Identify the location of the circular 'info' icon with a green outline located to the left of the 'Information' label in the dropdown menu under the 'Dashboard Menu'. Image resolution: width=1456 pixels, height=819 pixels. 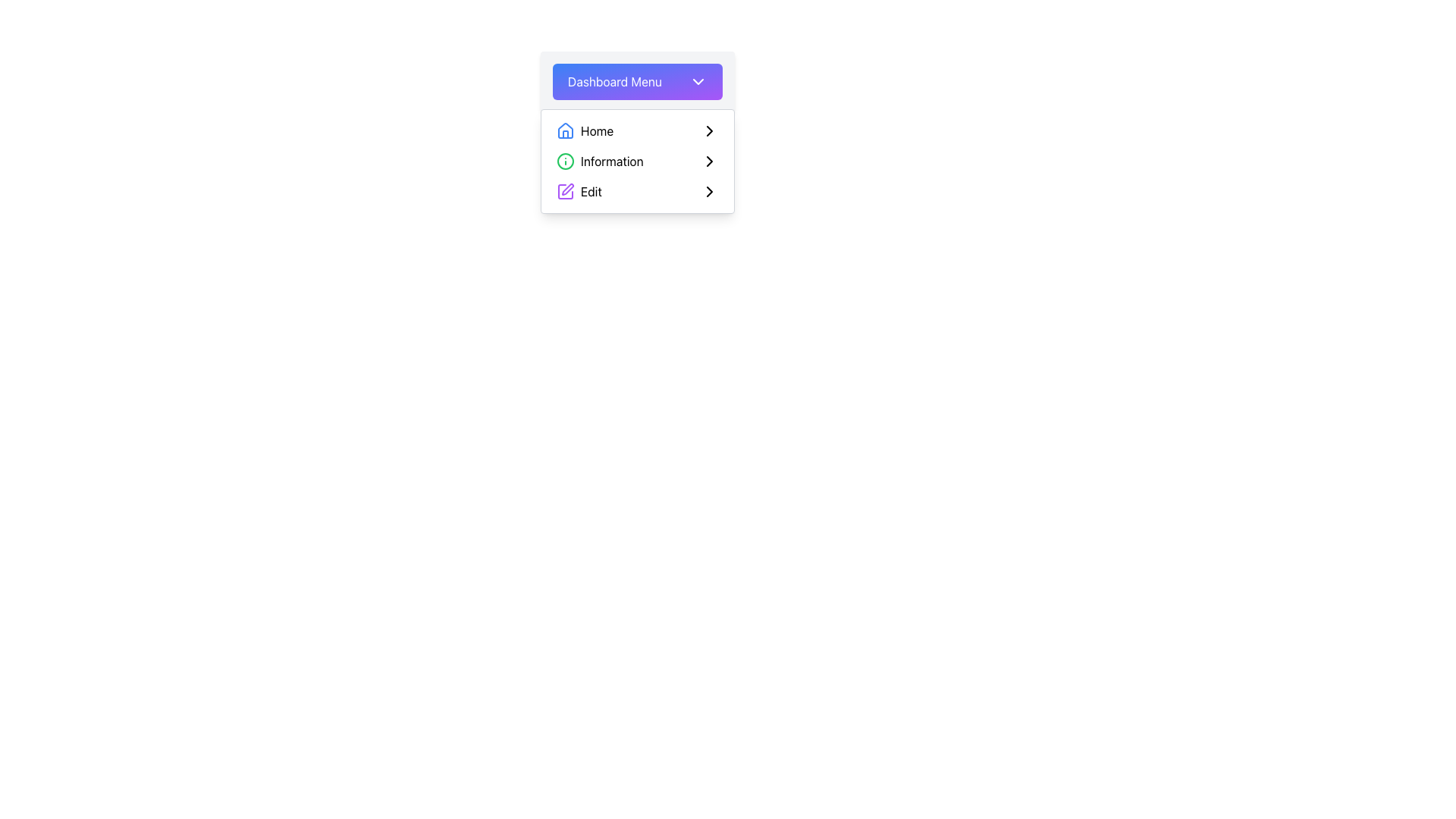
(564, 161).